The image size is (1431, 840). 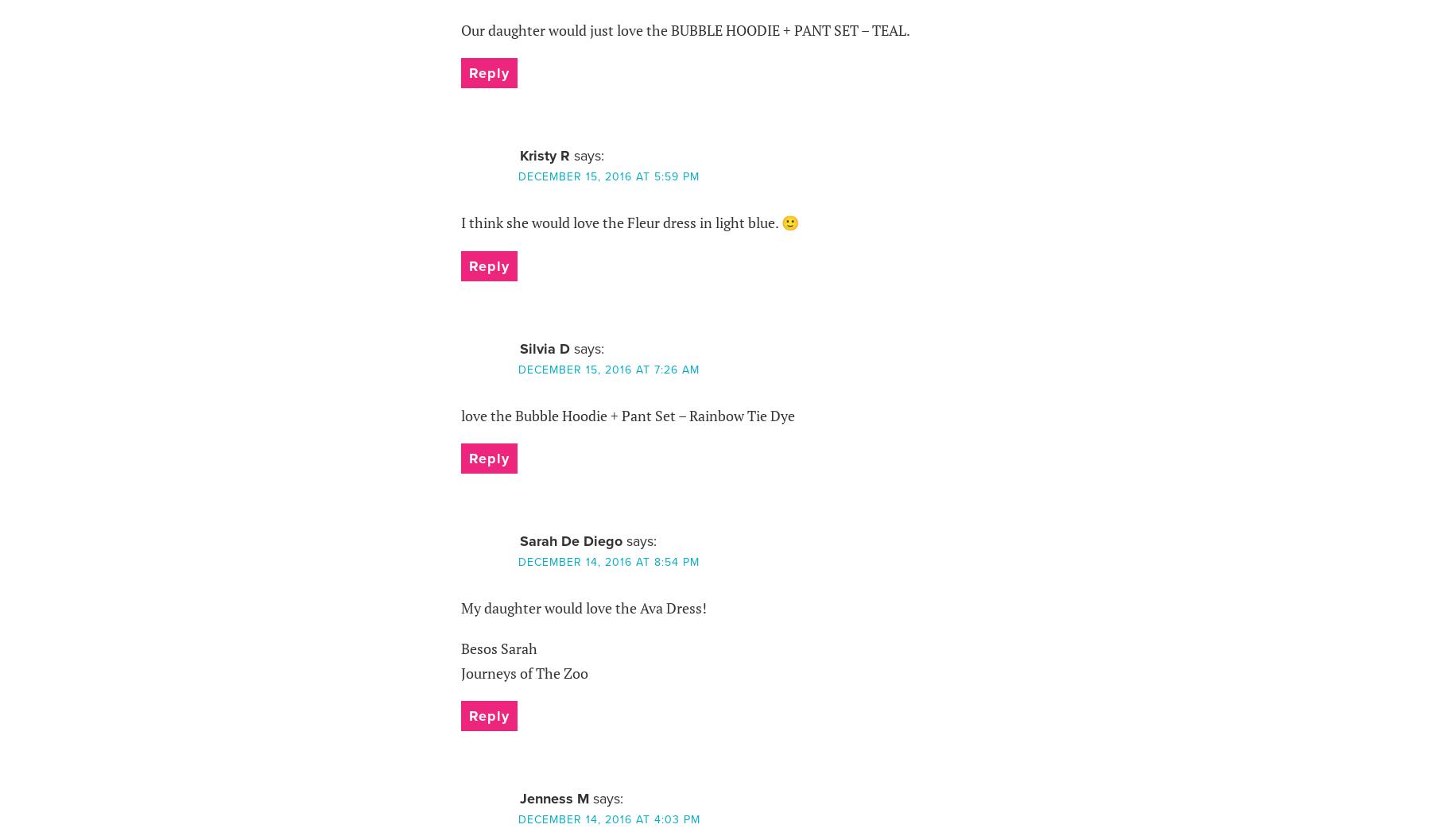 What do you see at coordinates (543, 347) in the screenshot?
I see `'Silvia D'` at bounding box center [543, 347].